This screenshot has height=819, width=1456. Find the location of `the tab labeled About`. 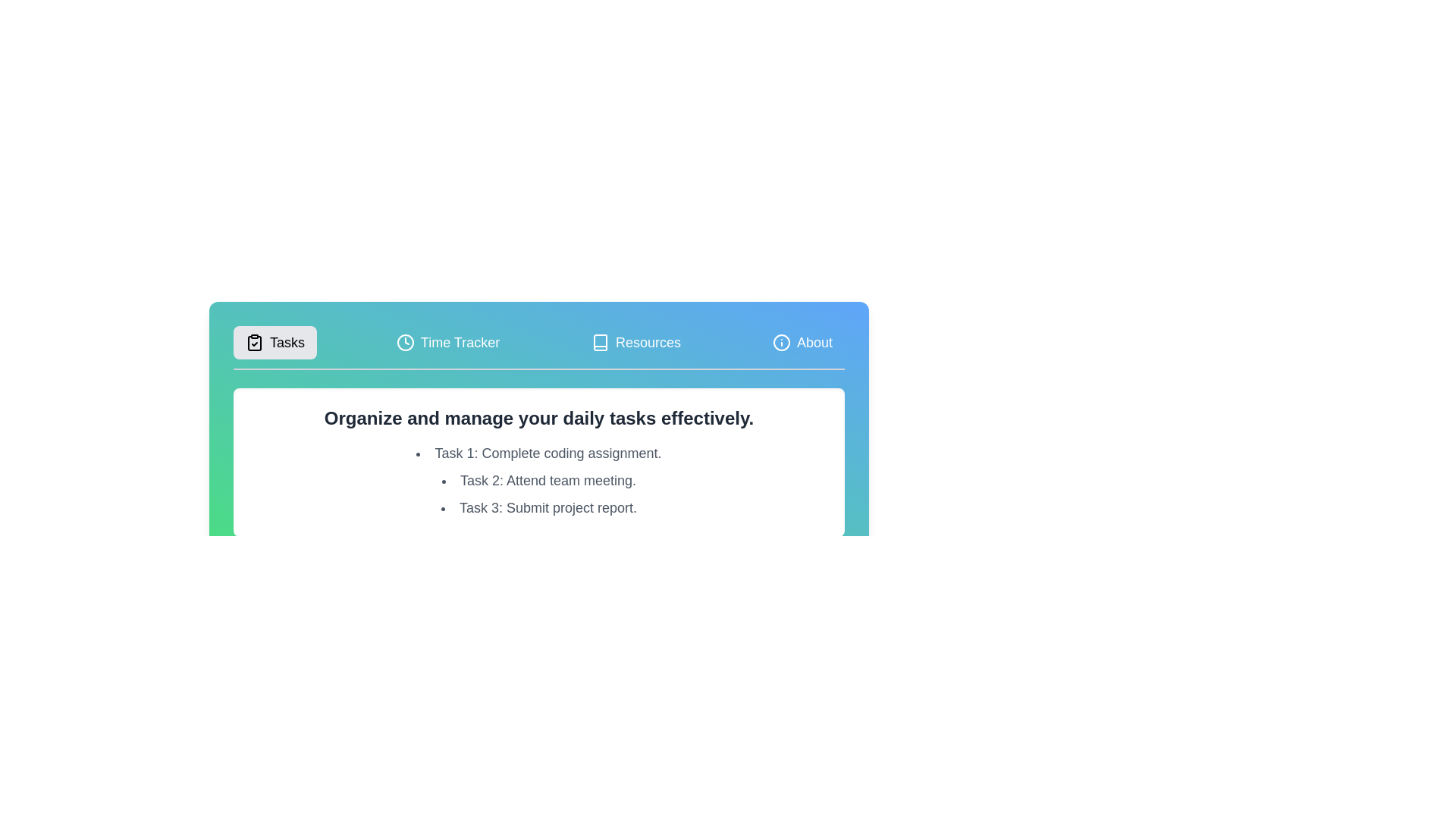

the tab labeled About is located at coordinates (801, 342).